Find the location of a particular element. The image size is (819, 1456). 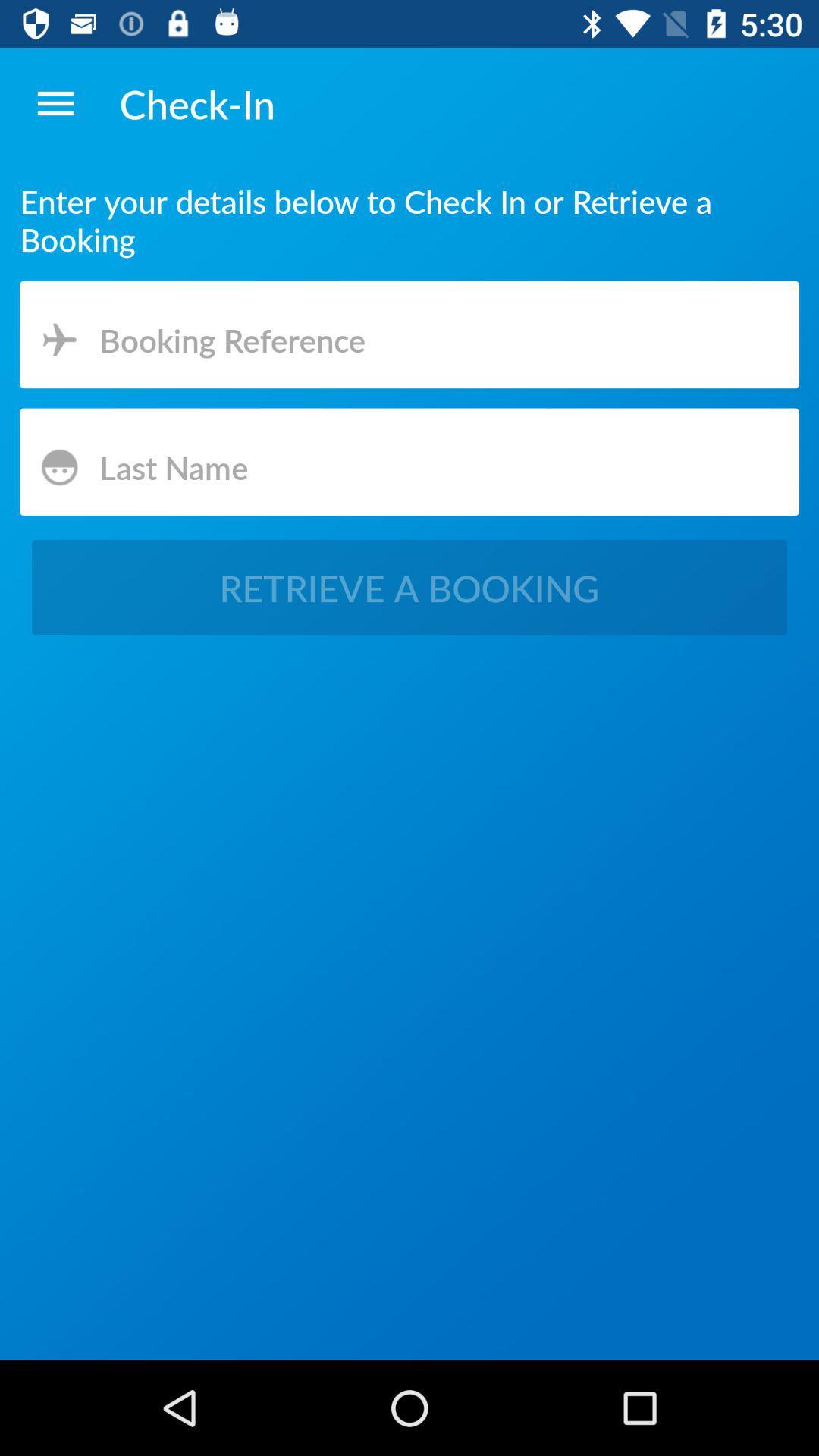

item to the left of the check-in app is located at coordinates (55, 102).